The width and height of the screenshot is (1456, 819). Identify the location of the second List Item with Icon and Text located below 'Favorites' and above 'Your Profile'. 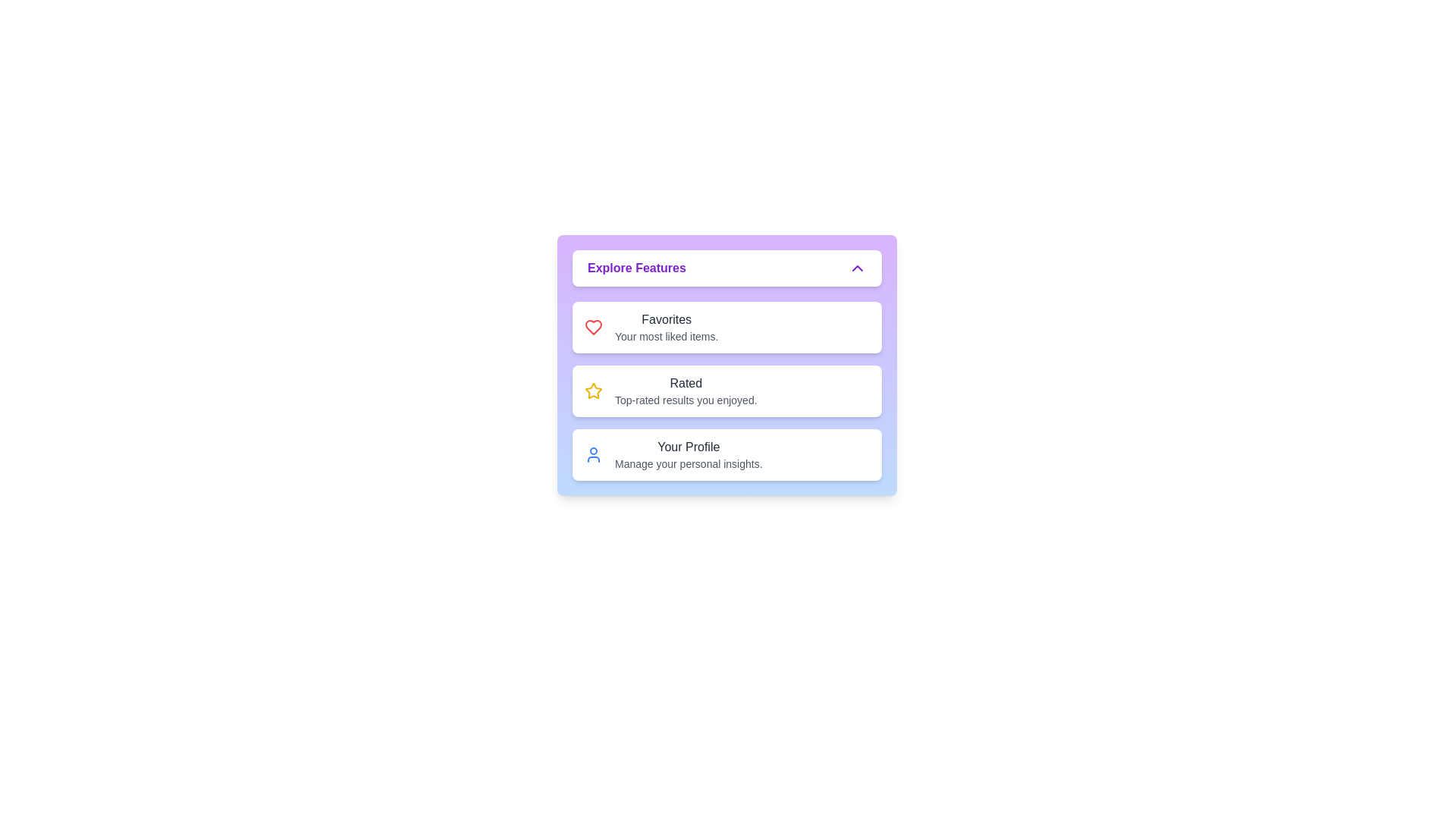
(726, 391).